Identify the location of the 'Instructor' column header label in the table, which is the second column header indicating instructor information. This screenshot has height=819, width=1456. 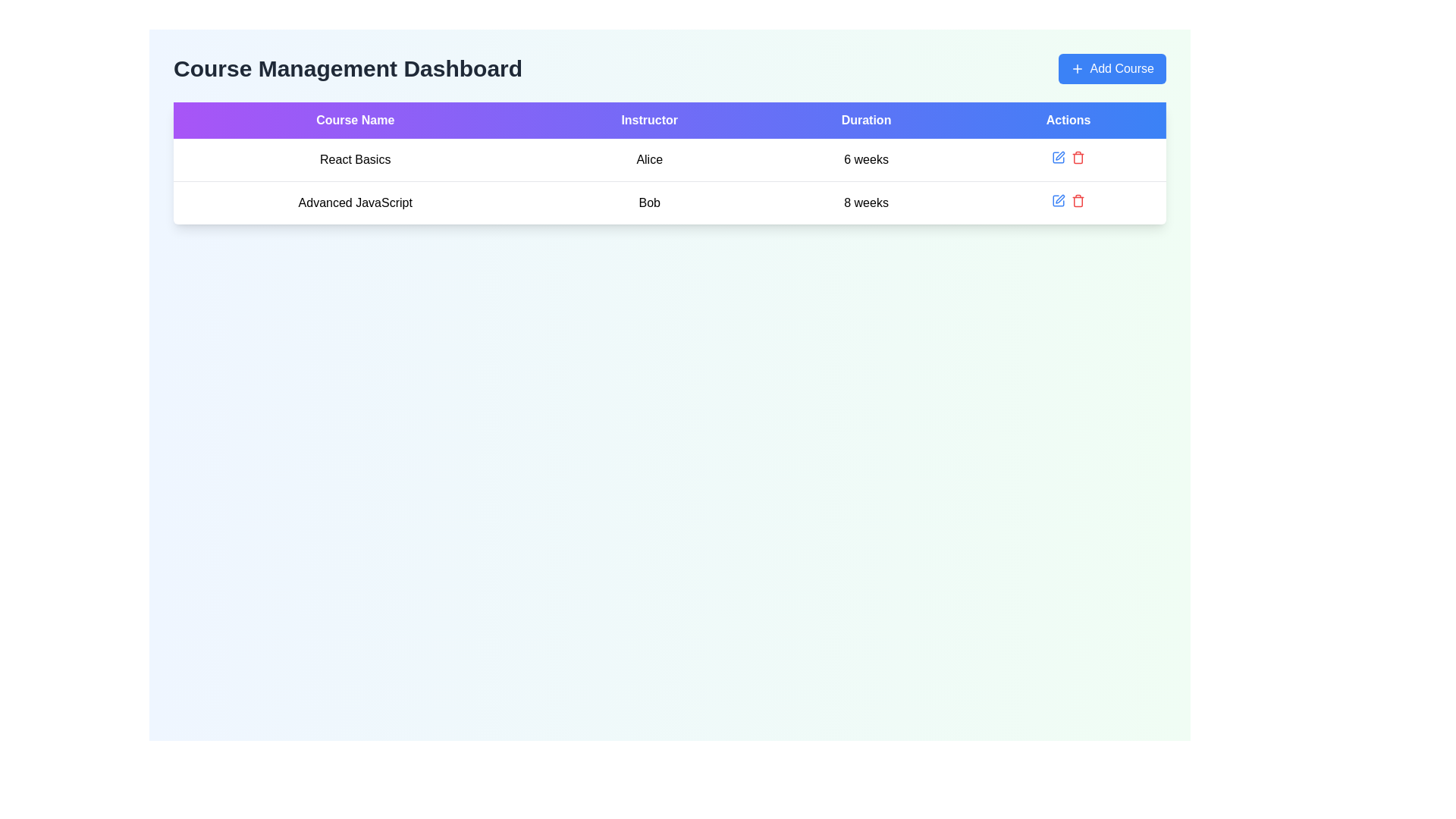
(649, 119).